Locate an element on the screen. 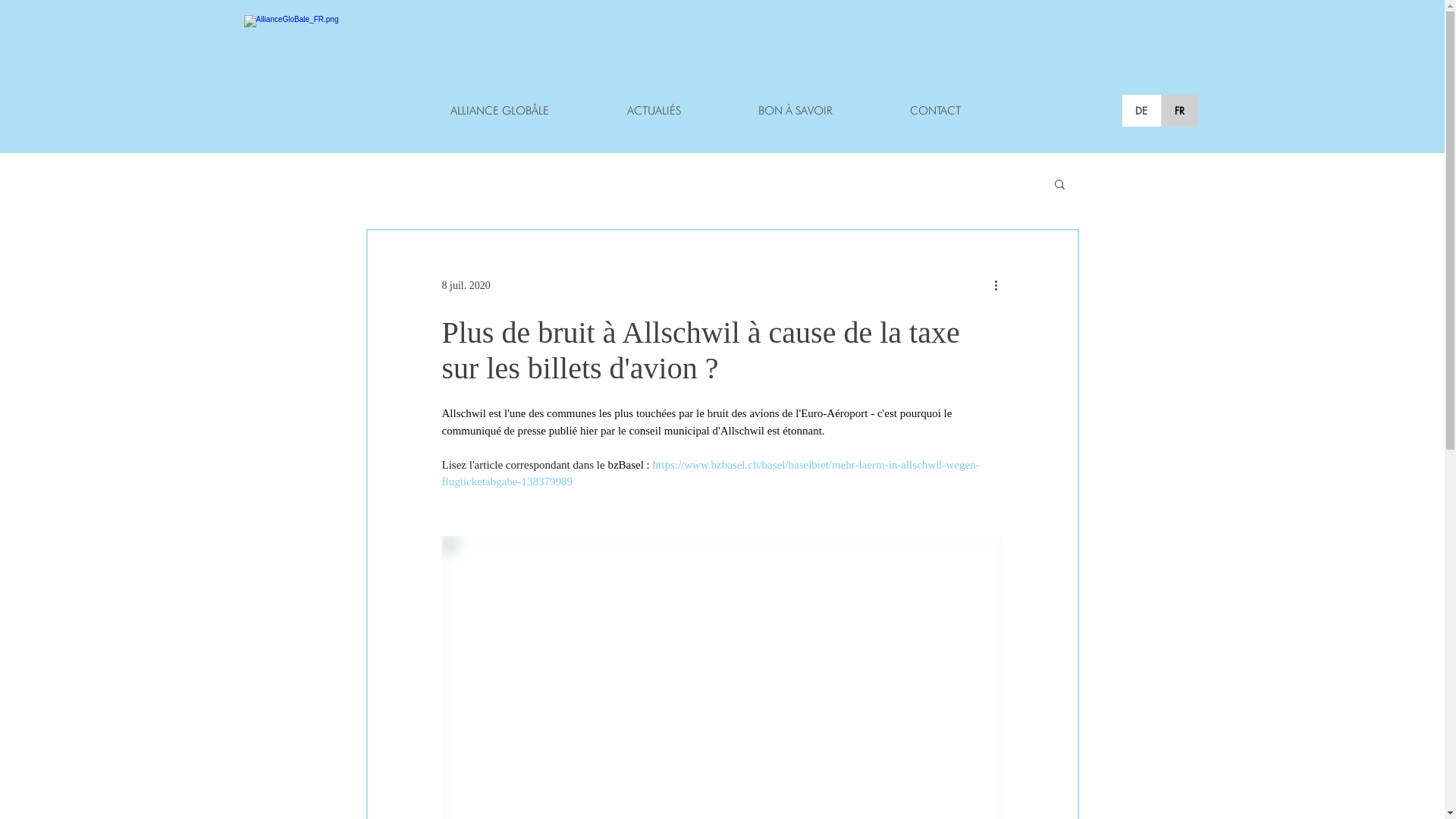  'CONTACT' is located at coordinates (870, 110).